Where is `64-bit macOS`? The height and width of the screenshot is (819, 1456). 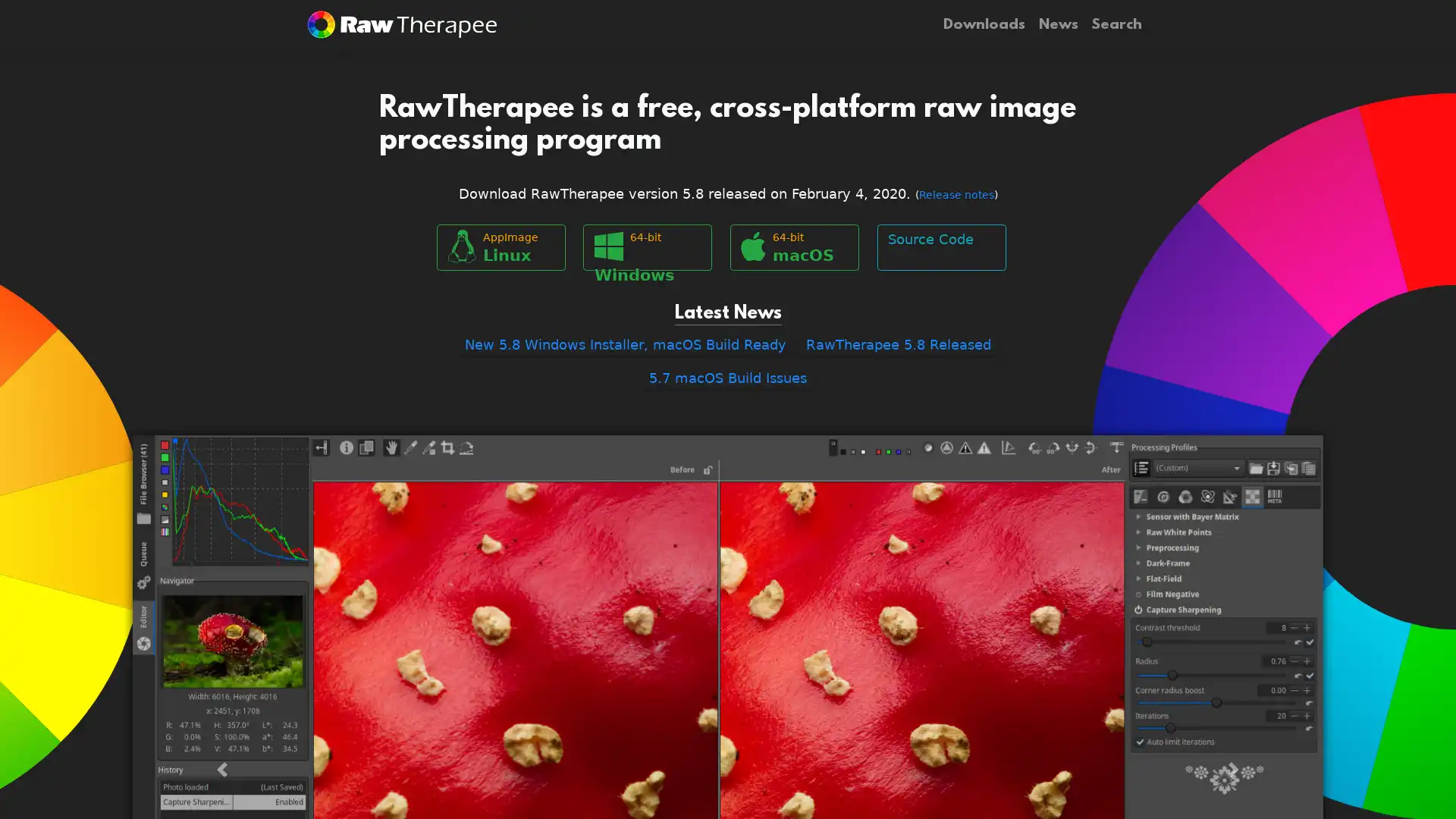 64-bit macOS is located at coordinates (793, 246).